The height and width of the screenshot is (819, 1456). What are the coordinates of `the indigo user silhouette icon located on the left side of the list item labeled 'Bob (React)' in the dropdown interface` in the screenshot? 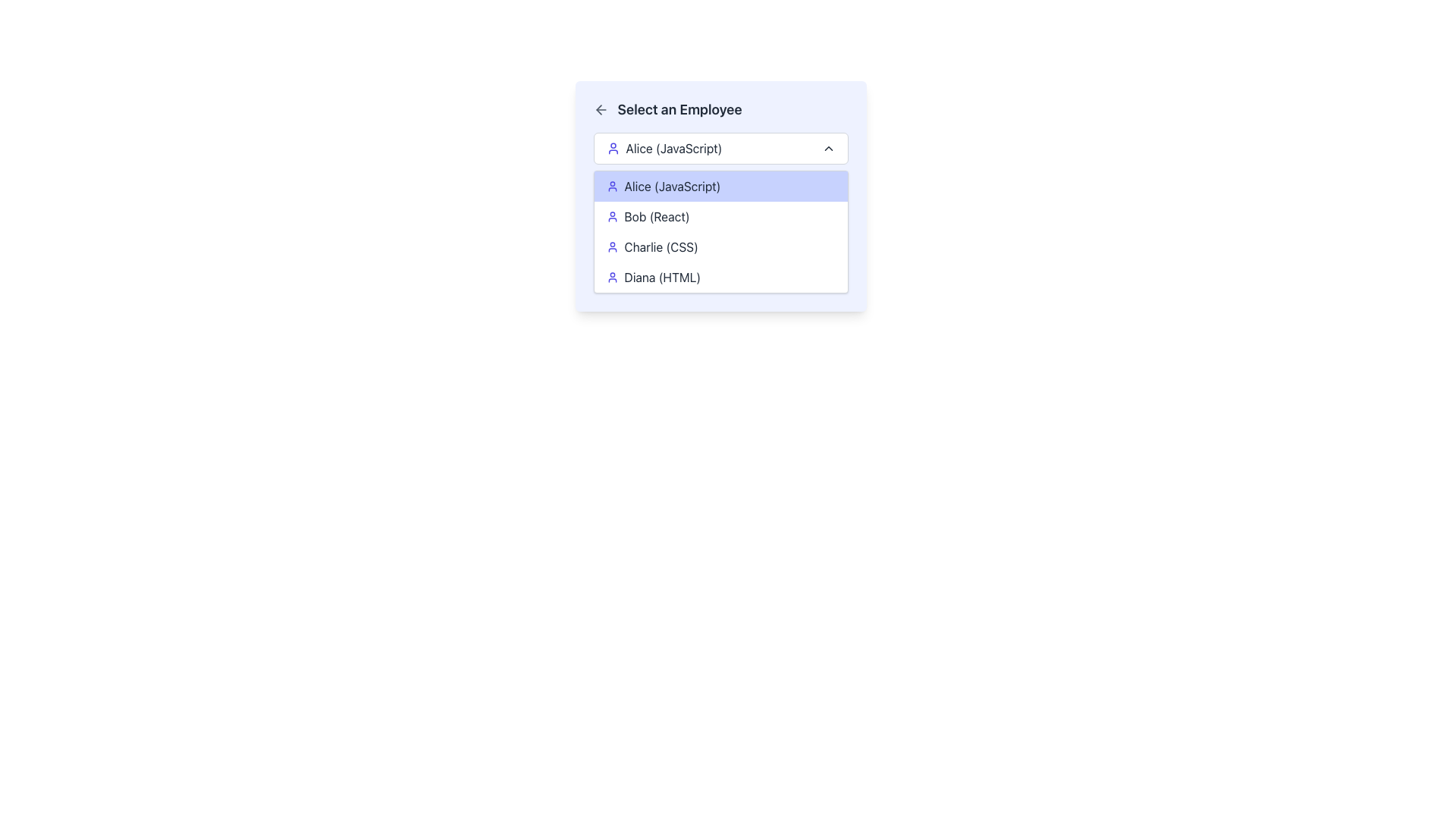 It's located at (612, 216).